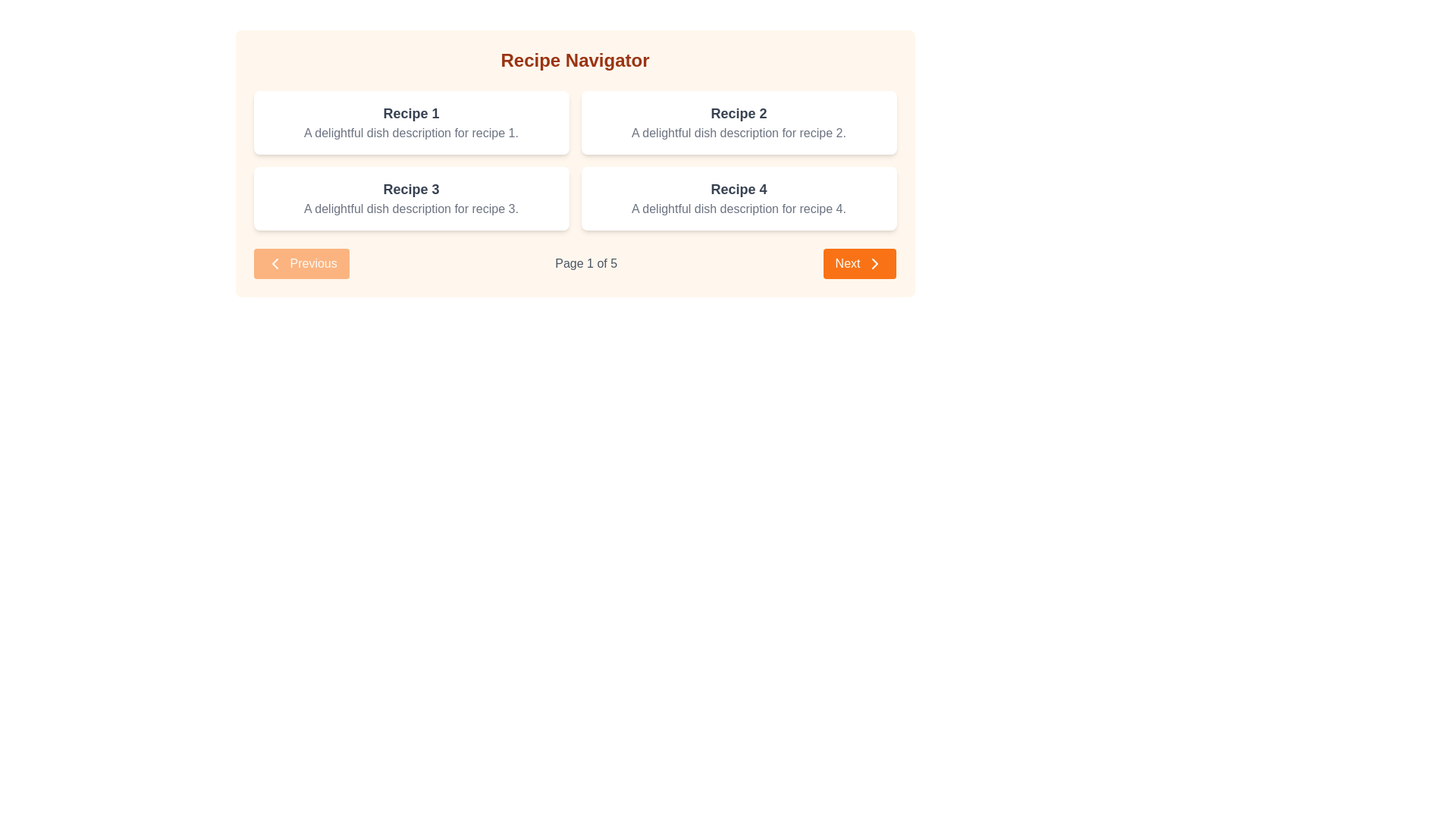  Describe the element at coordinates (301, 262) in the screenshot. I see `the 'Previous' button with an orange background and a left-pointing chevron icon` at that location.